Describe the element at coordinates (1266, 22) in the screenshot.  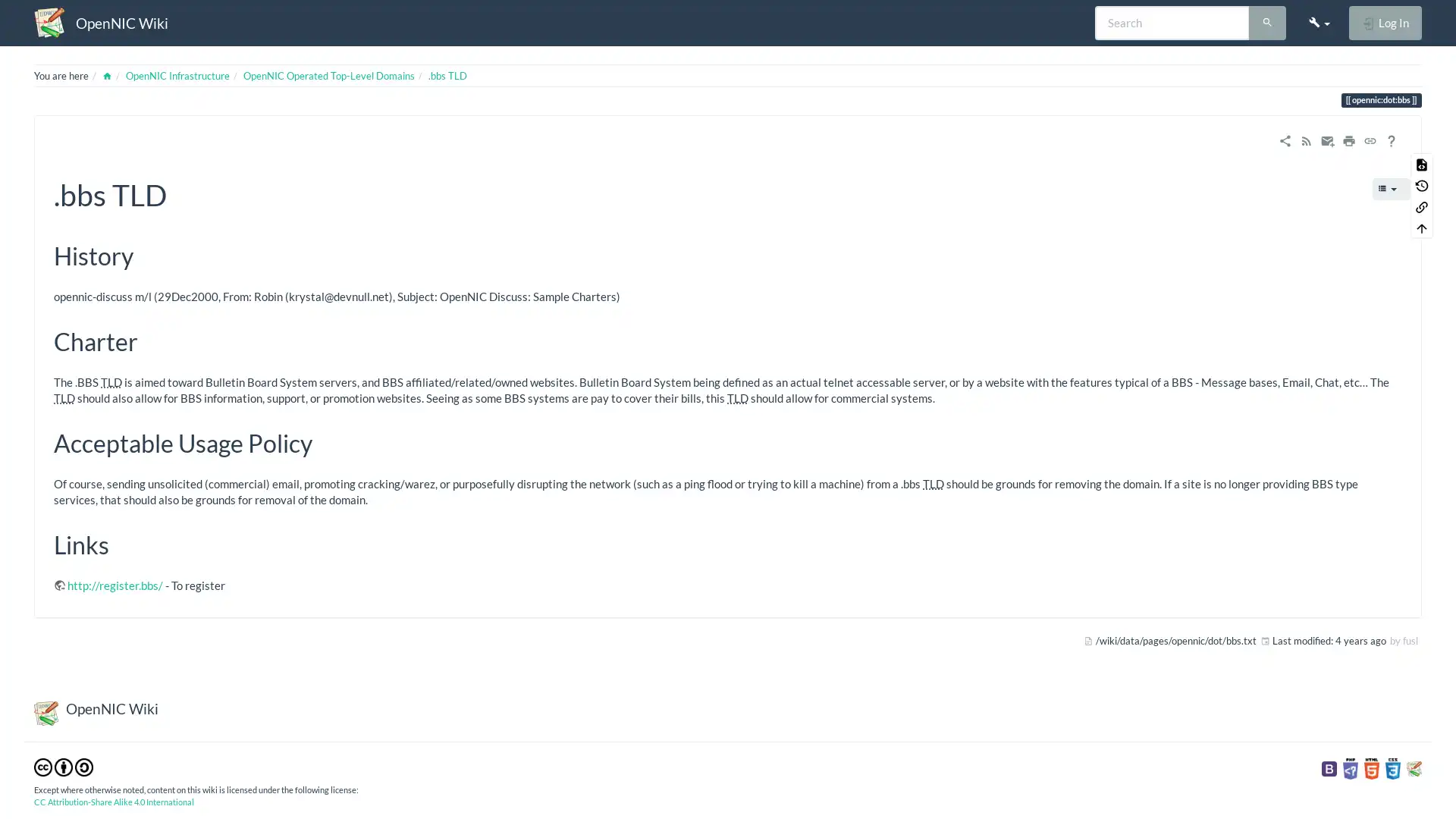
I see `Search` at that location.